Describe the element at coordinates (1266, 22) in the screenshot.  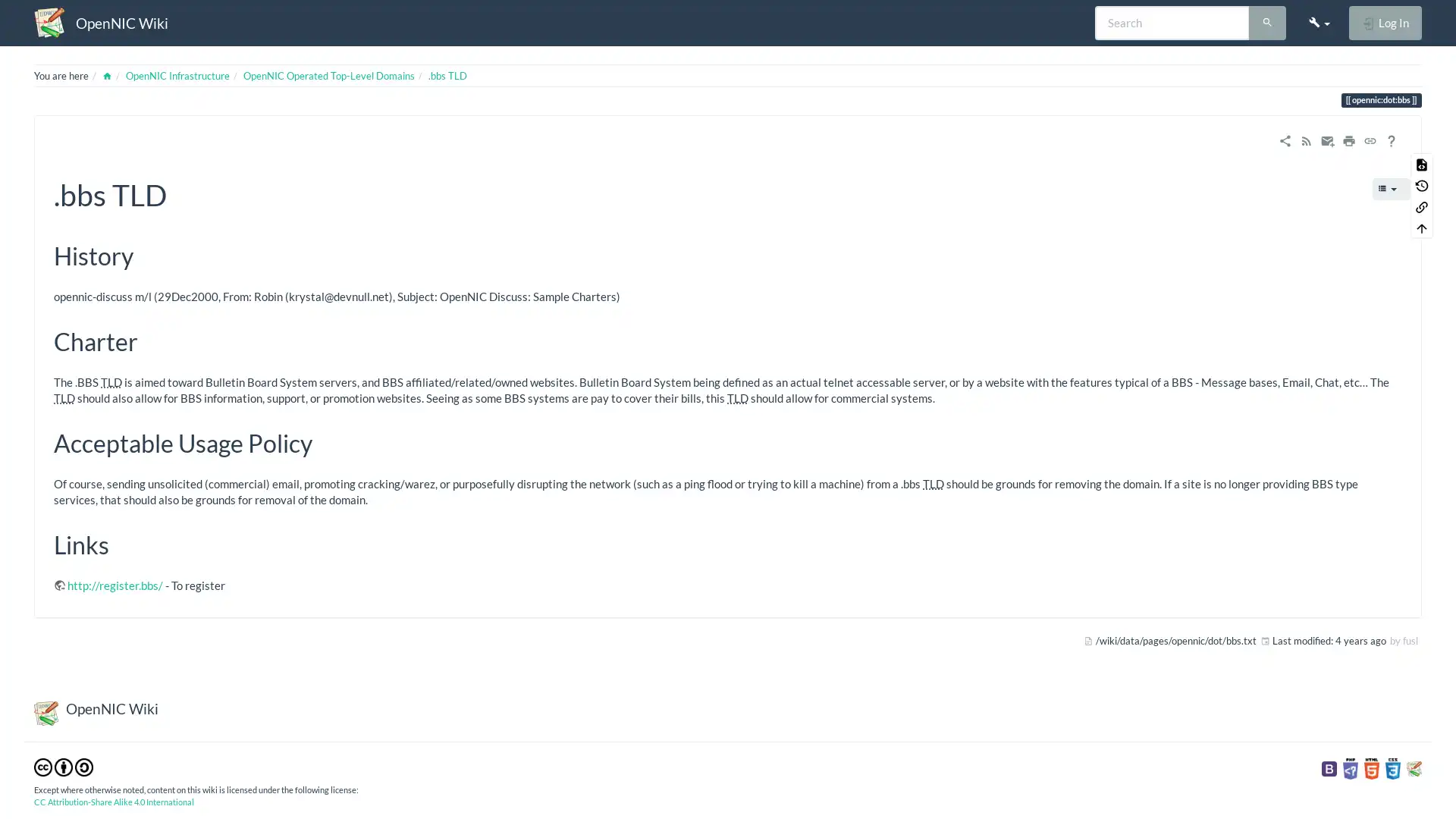
I see `Search` at that location.